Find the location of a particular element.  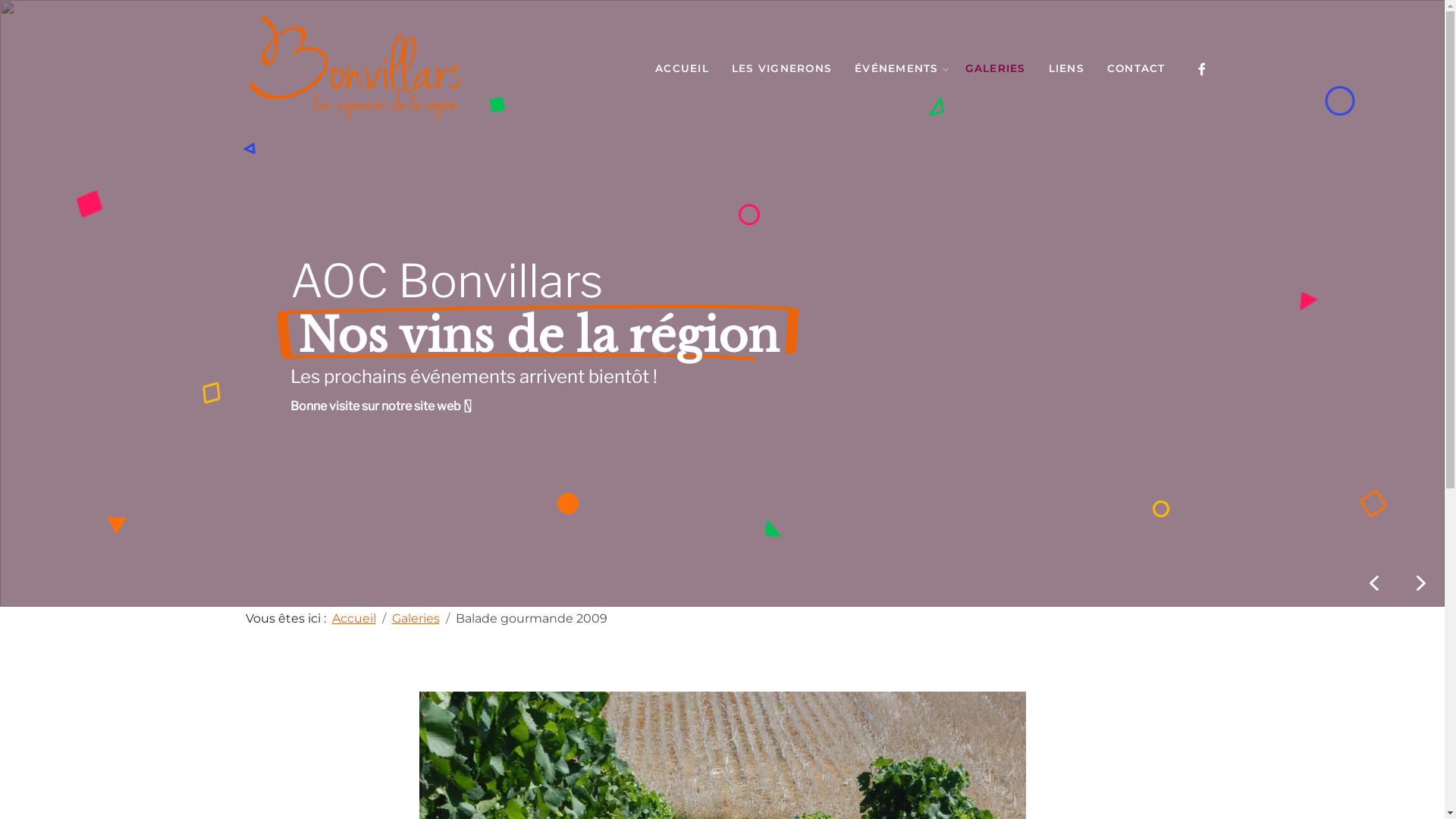

'Galeries' is located at coordinates (415, 618).